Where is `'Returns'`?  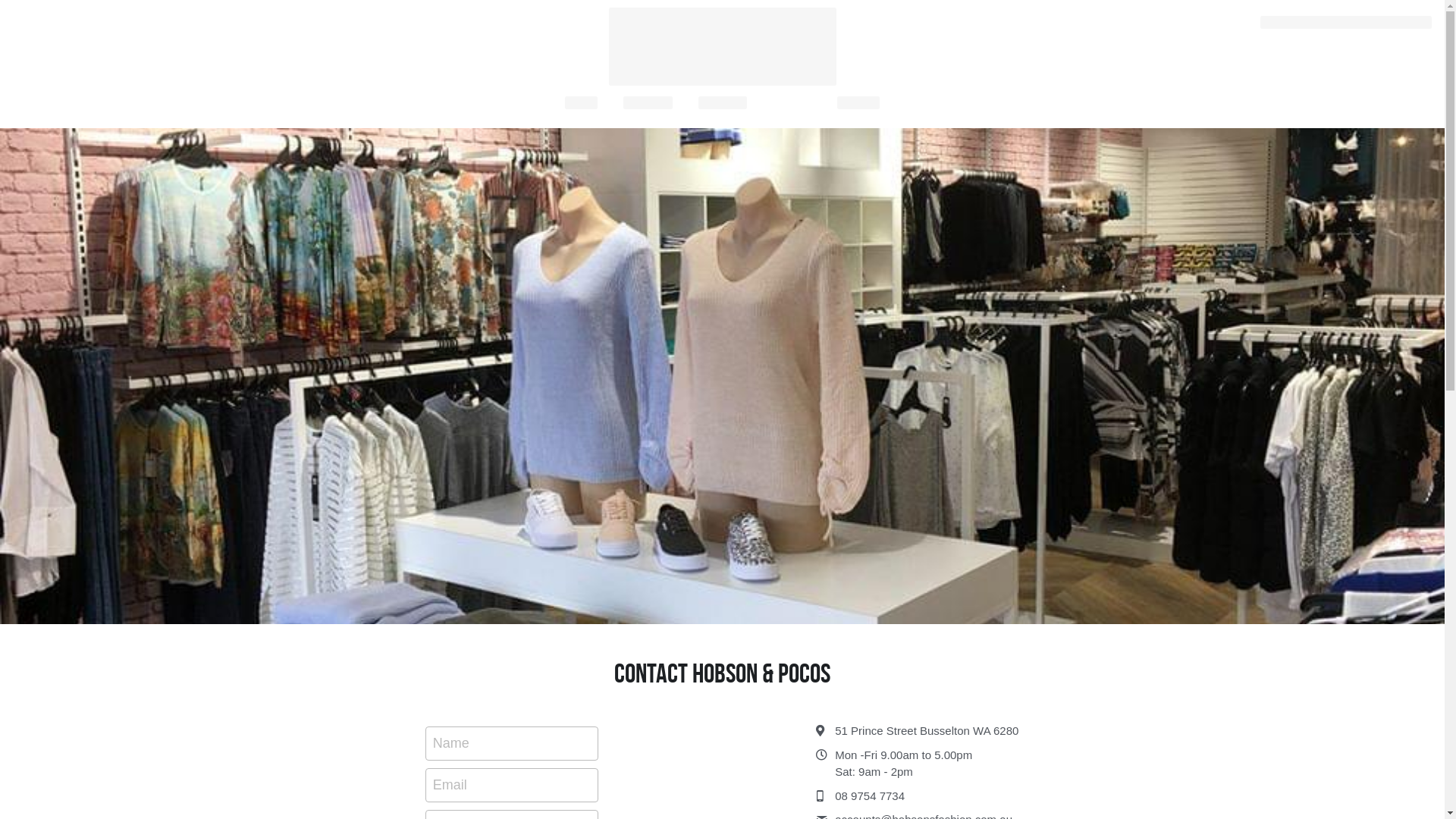 'Returns' is located at coordinates (858, 102).